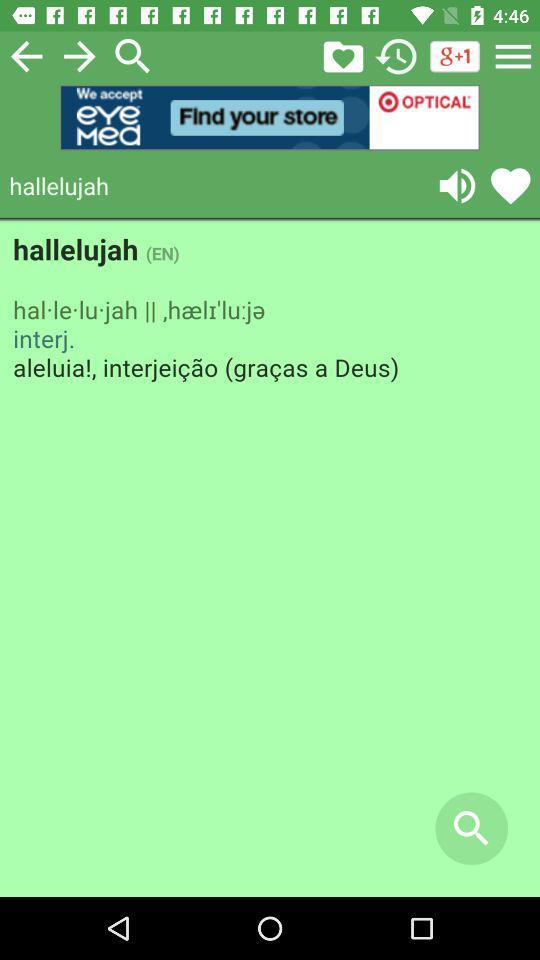  I want to click on go next, so click(78, 55).